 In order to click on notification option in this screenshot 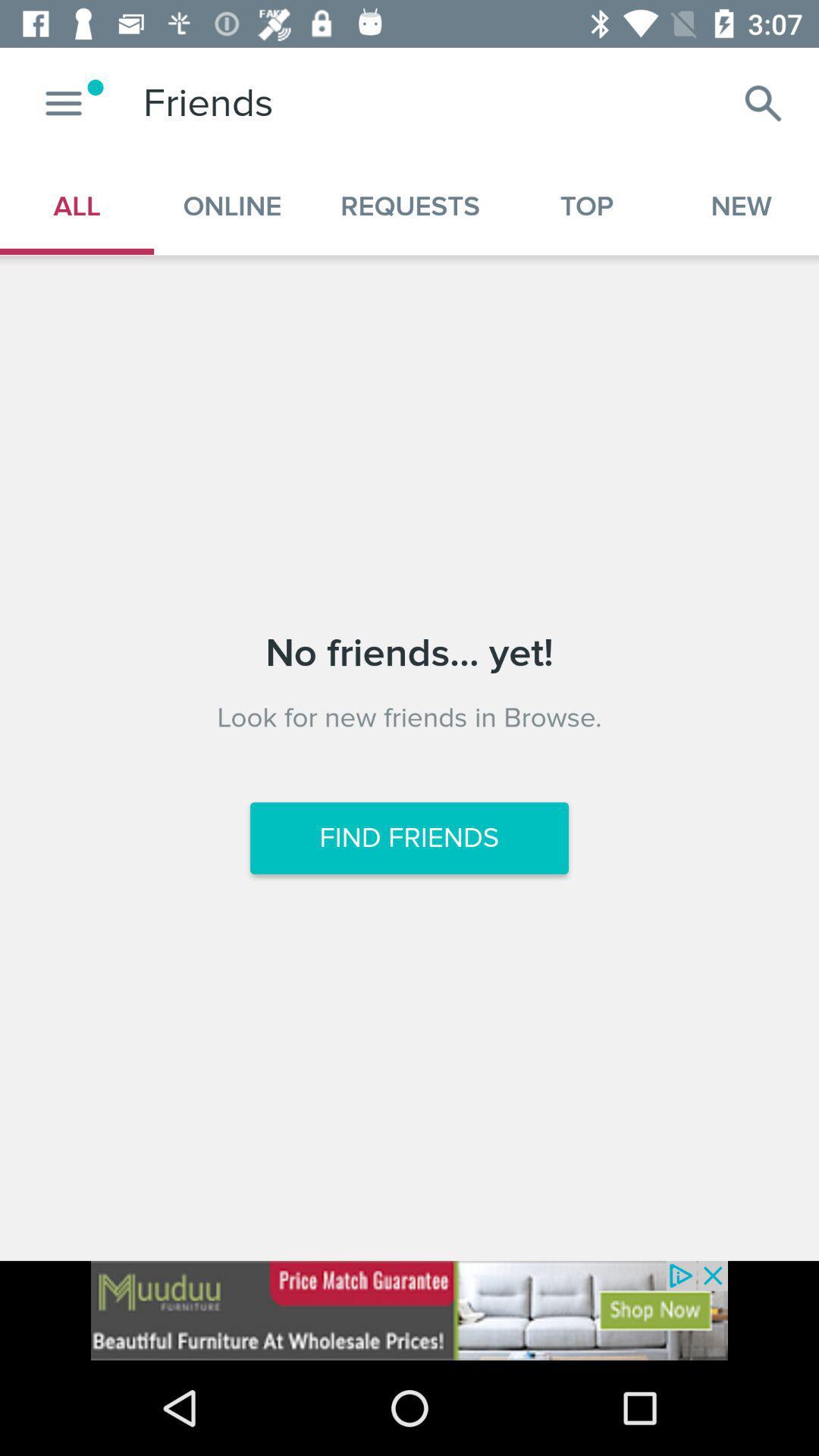, I will do `click(63, 102)`.